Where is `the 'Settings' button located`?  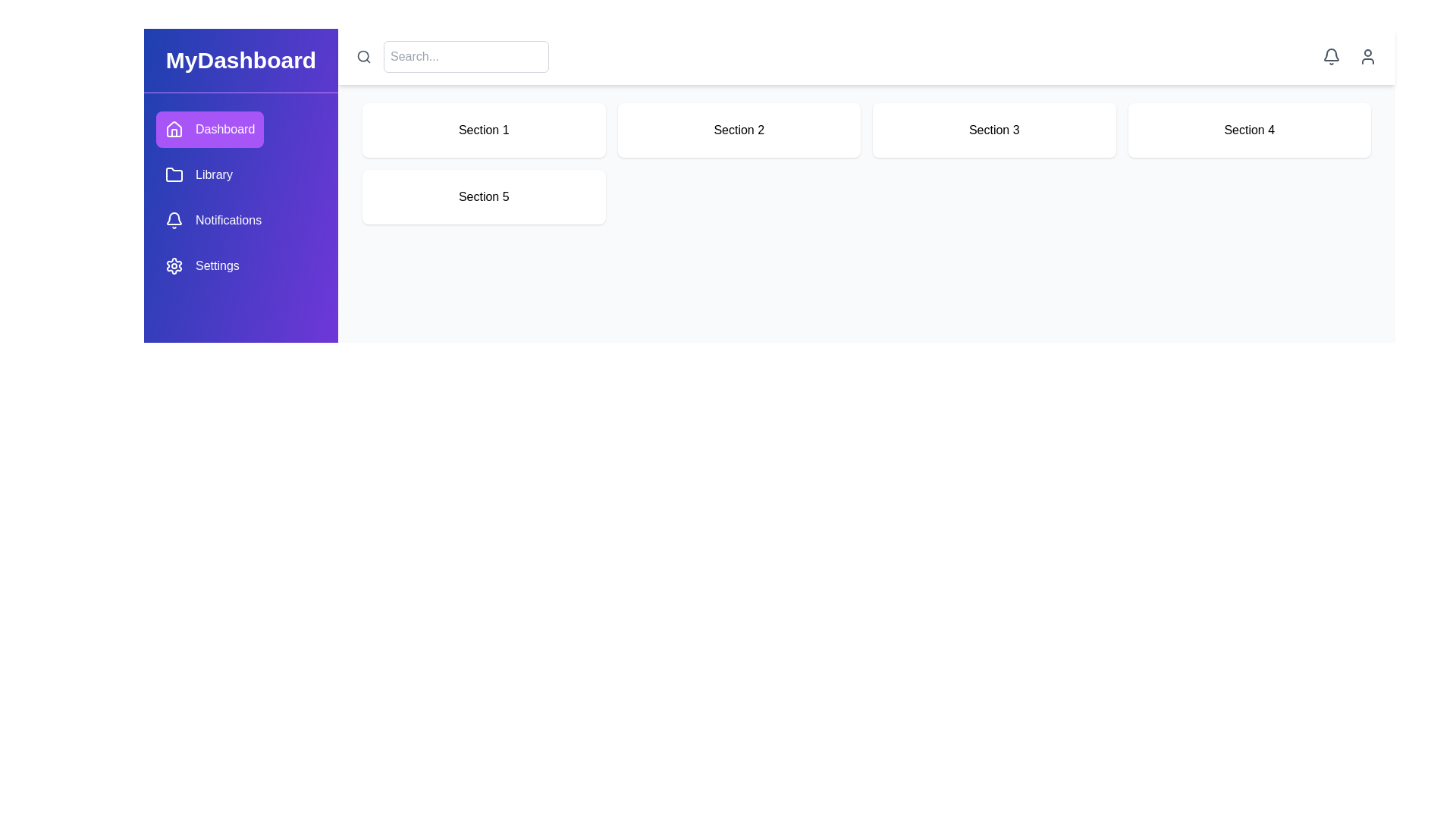
the 'Settings' button located is located at coordinates (201, 265).